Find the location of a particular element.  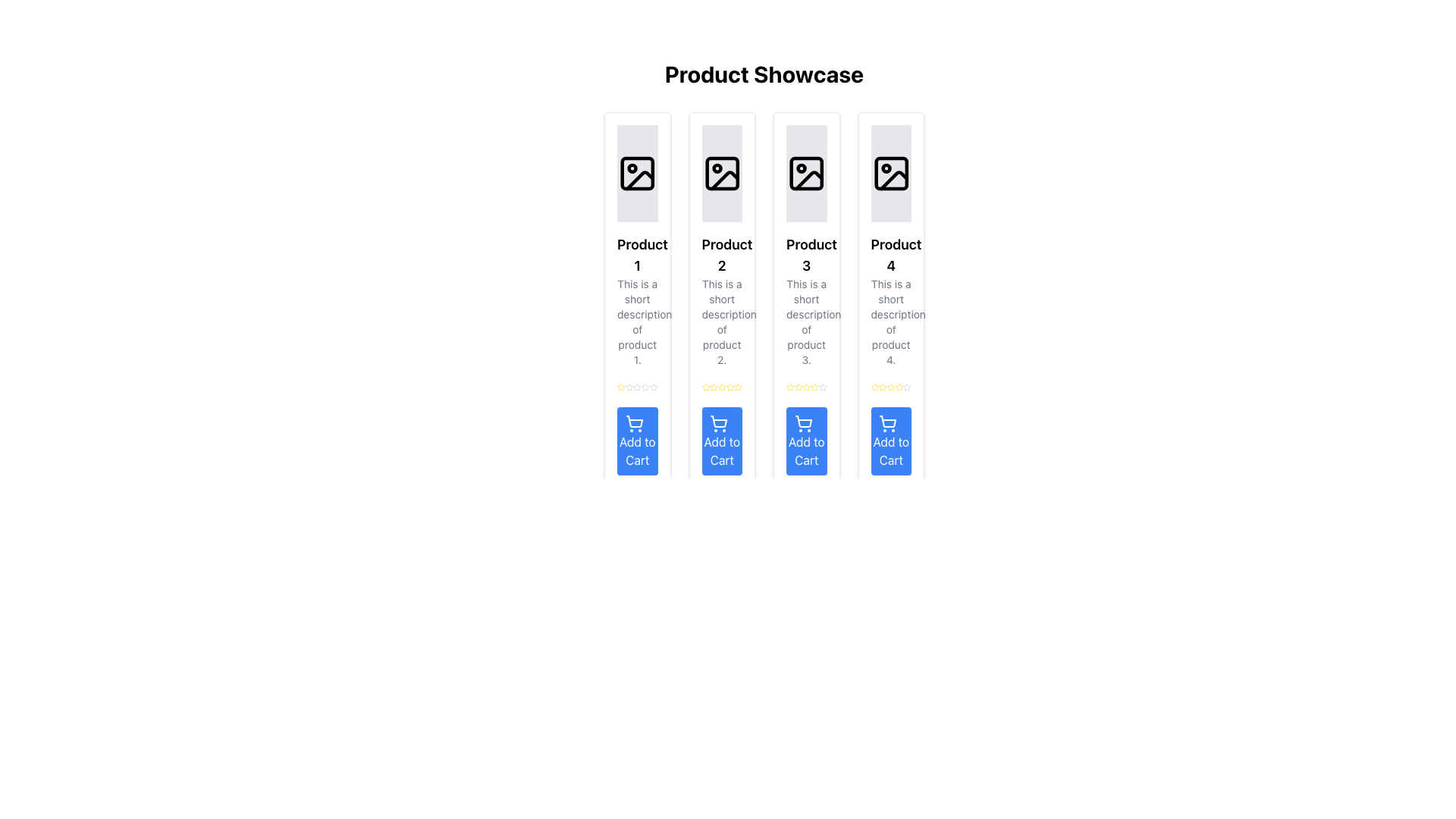

the Circle shape within the SVG graphic that serves as a decorative element in the photo placeholder icon of 'Product 1' in the product showcase grid is located at coordinates (632, 168).